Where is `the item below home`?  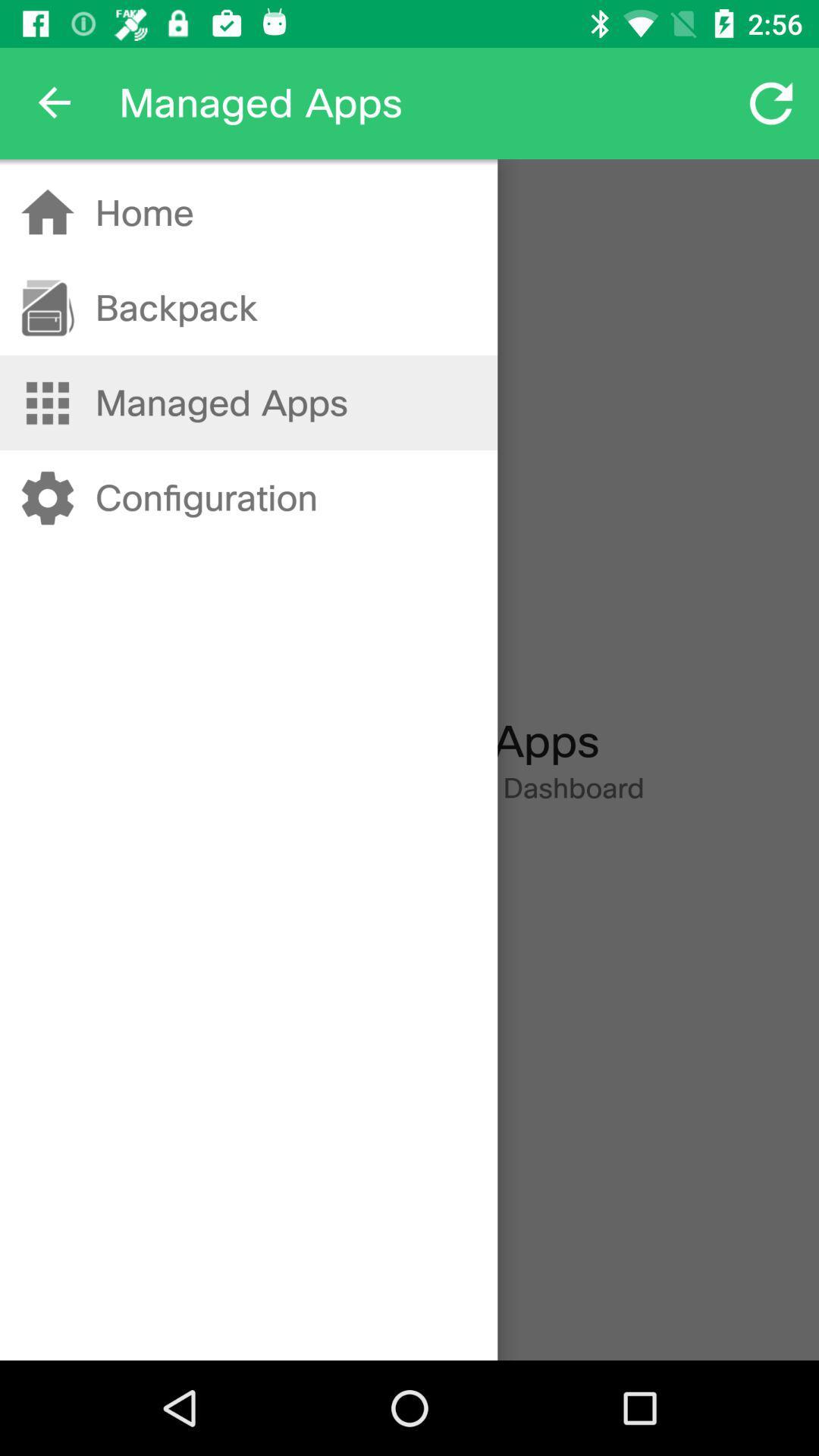 the item below home is located at coordinates (175, 307).